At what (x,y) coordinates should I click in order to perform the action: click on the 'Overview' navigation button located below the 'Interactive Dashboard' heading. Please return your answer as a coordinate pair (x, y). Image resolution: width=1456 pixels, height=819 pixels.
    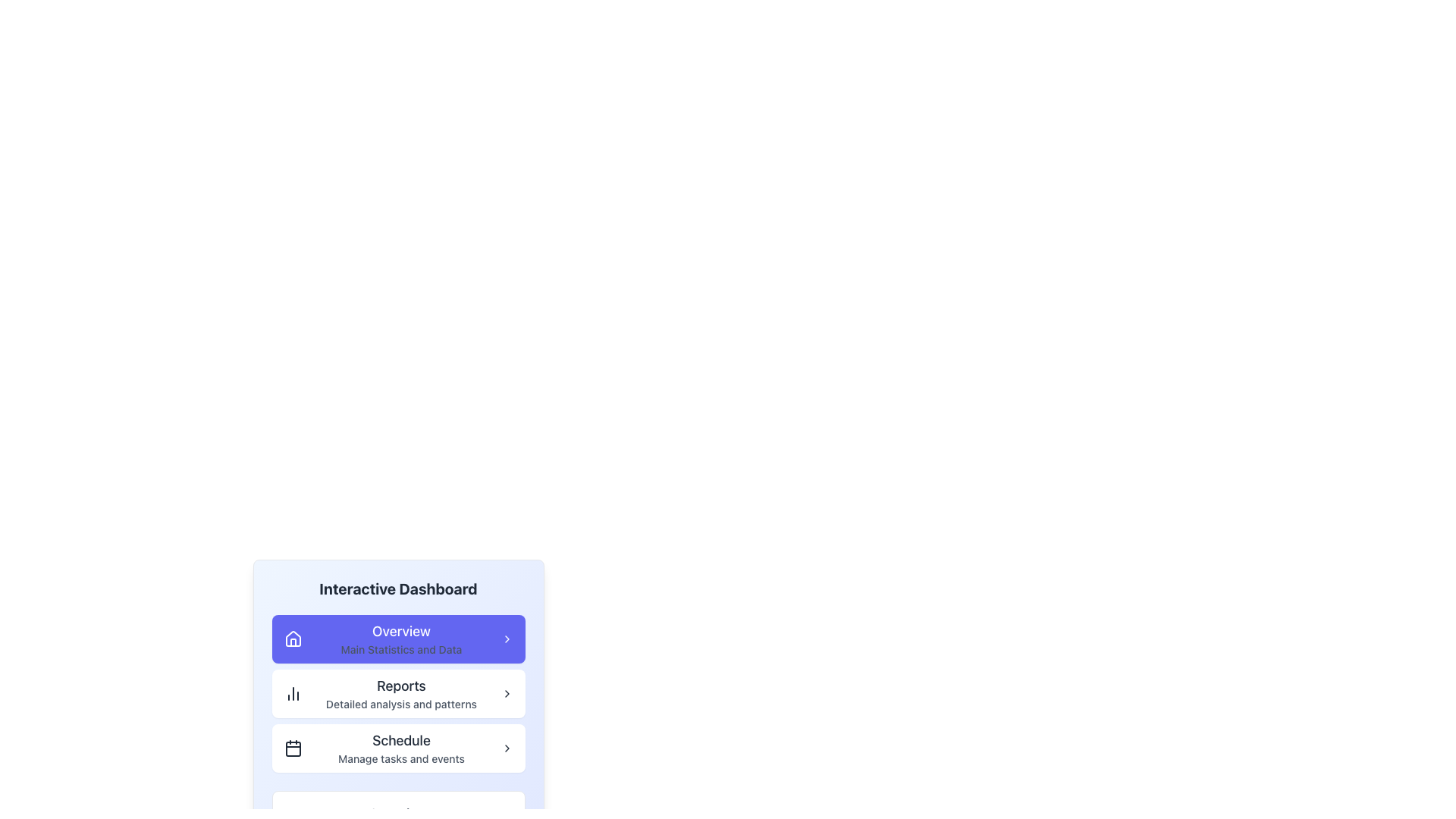
    Looking at the image, I should click on (398, 659).